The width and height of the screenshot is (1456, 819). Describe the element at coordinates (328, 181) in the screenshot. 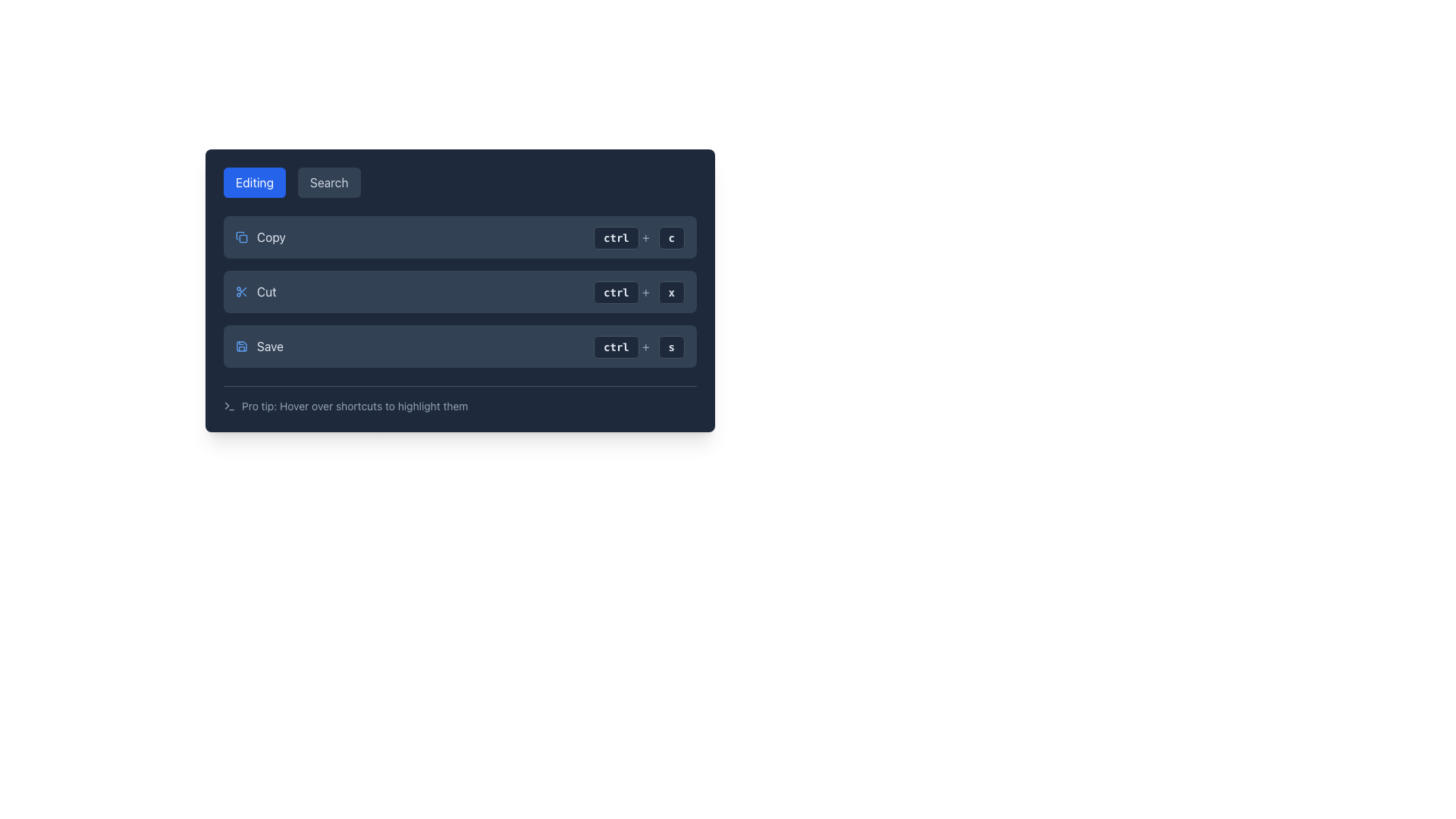

I see `the 'Search' button, which is the second button in a horizontal group of two buttons, to observe the hover effect` at that location.